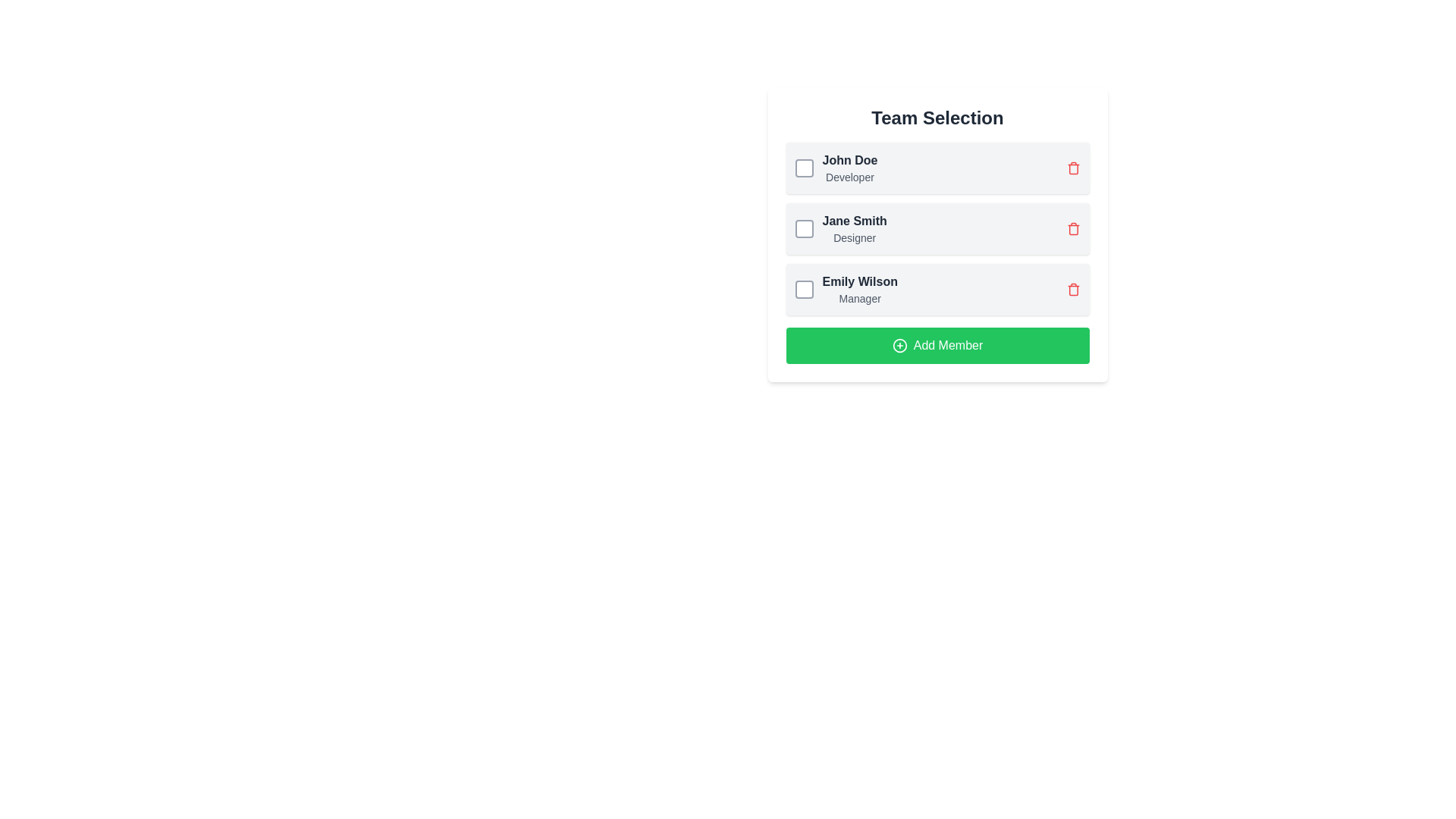  Describe the element at coordinates (899, 345) in the screenshot. I see `the central icon of the 'Add Member' button, which visually indicates the action` at that location.